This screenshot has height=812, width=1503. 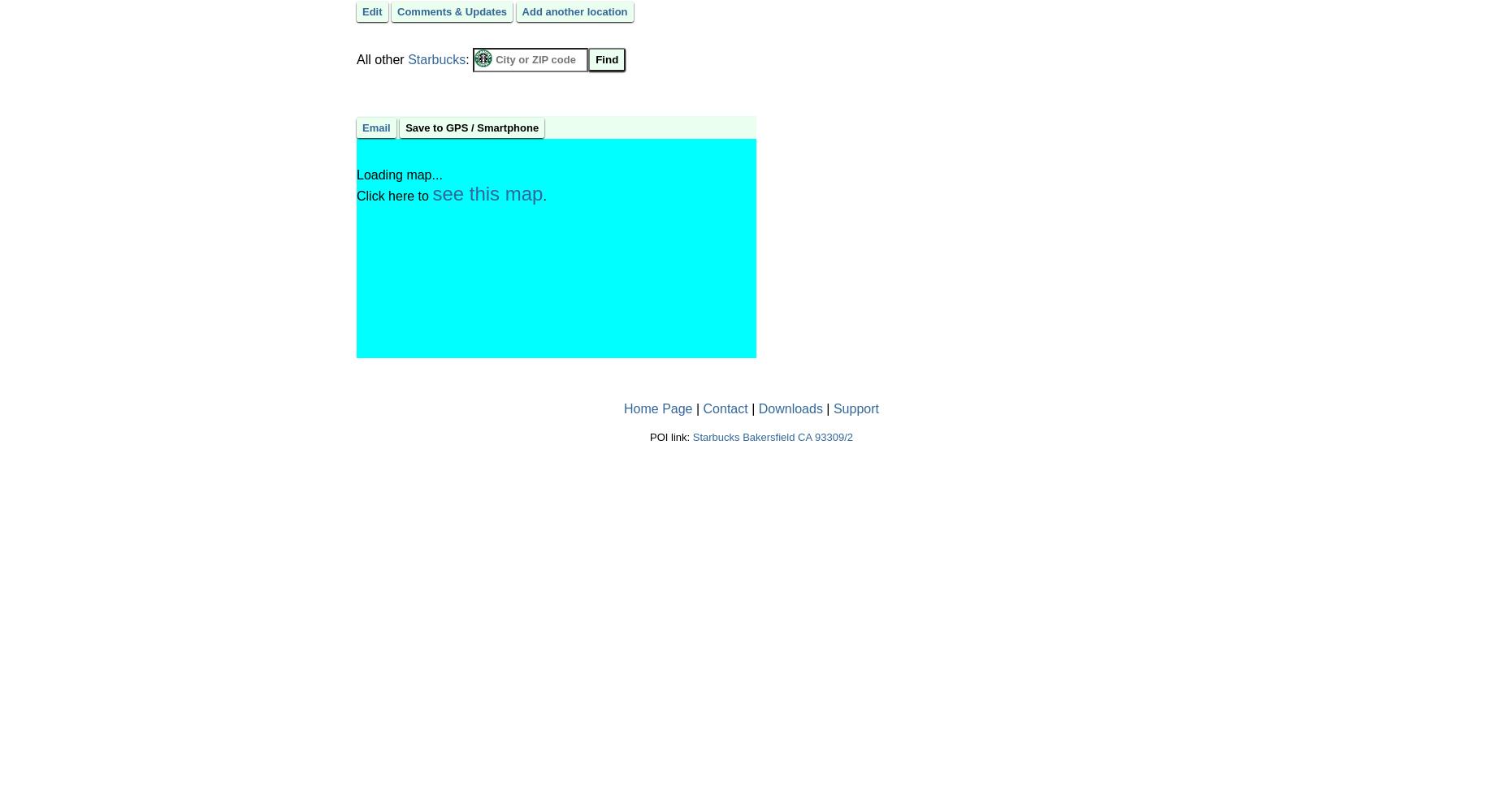 I want to click on 'Support', so click(x=855, y=408).